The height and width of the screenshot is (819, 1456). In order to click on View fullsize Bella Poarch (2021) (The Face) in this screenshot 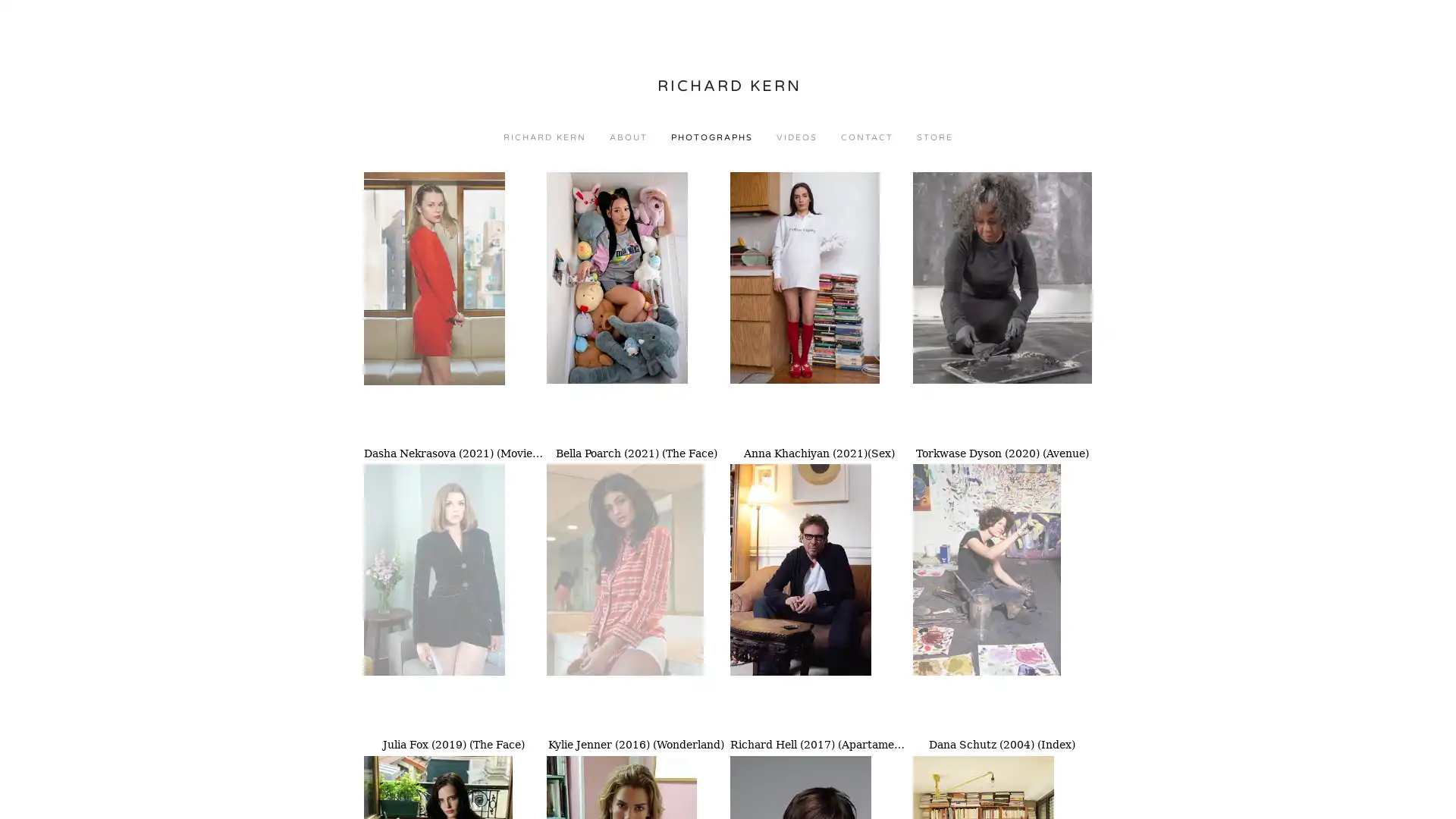, I will do `click(636, 306)`.